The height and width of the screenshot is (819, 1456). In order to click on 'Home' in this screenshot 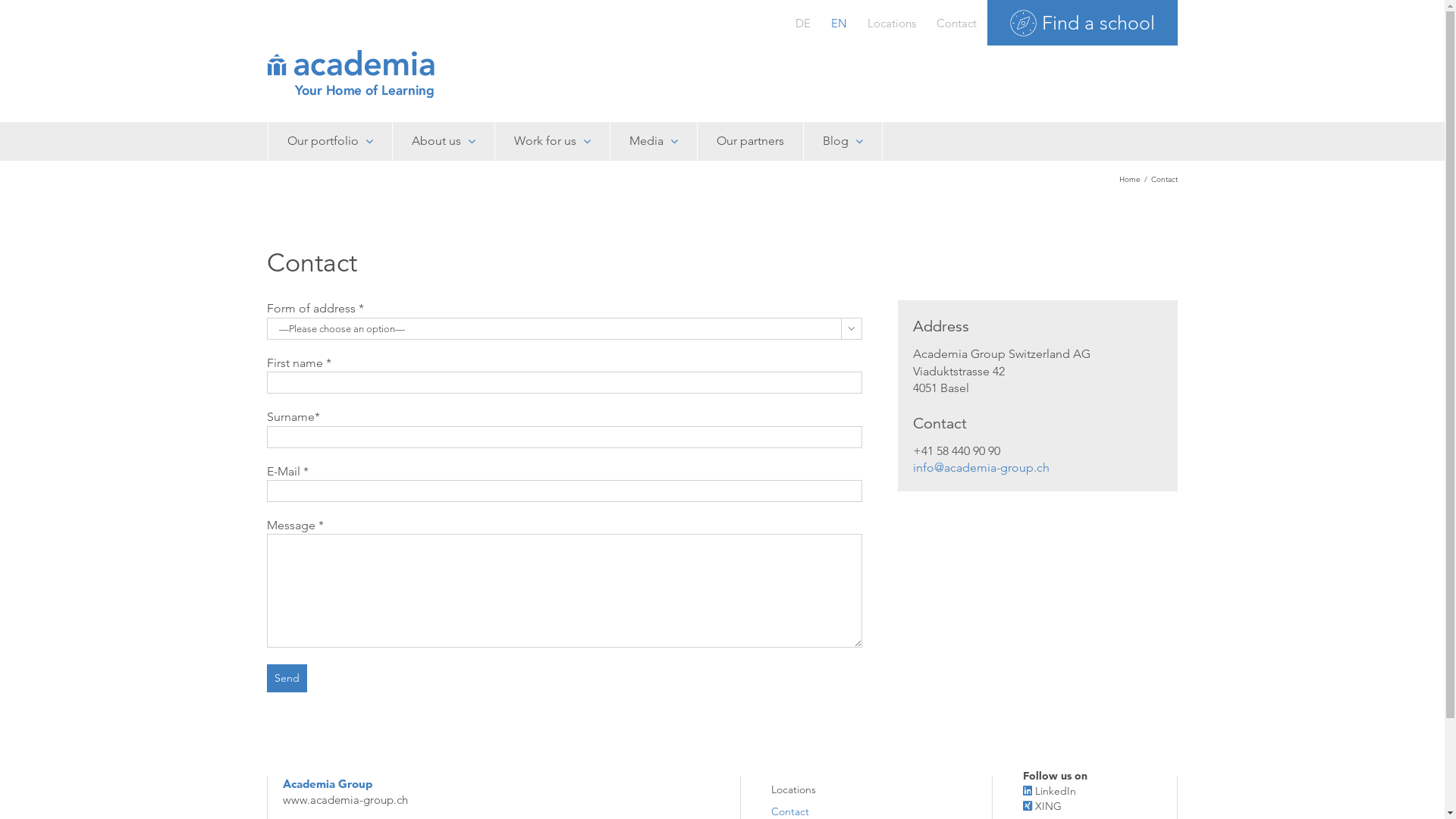, I will do `click(1119, 177)`.